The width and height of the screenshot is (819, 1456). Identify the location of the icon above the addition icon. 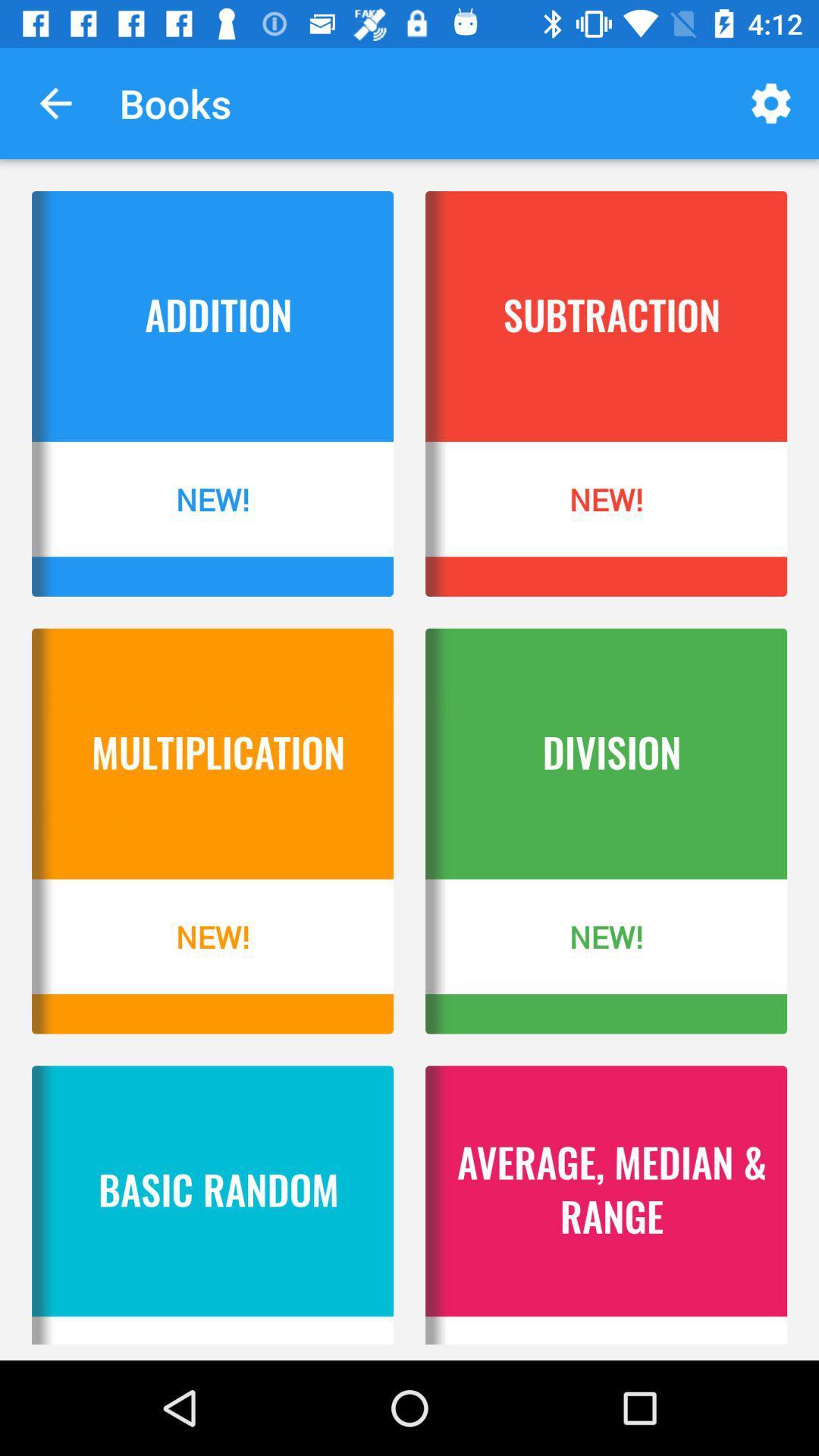
(55, 102).